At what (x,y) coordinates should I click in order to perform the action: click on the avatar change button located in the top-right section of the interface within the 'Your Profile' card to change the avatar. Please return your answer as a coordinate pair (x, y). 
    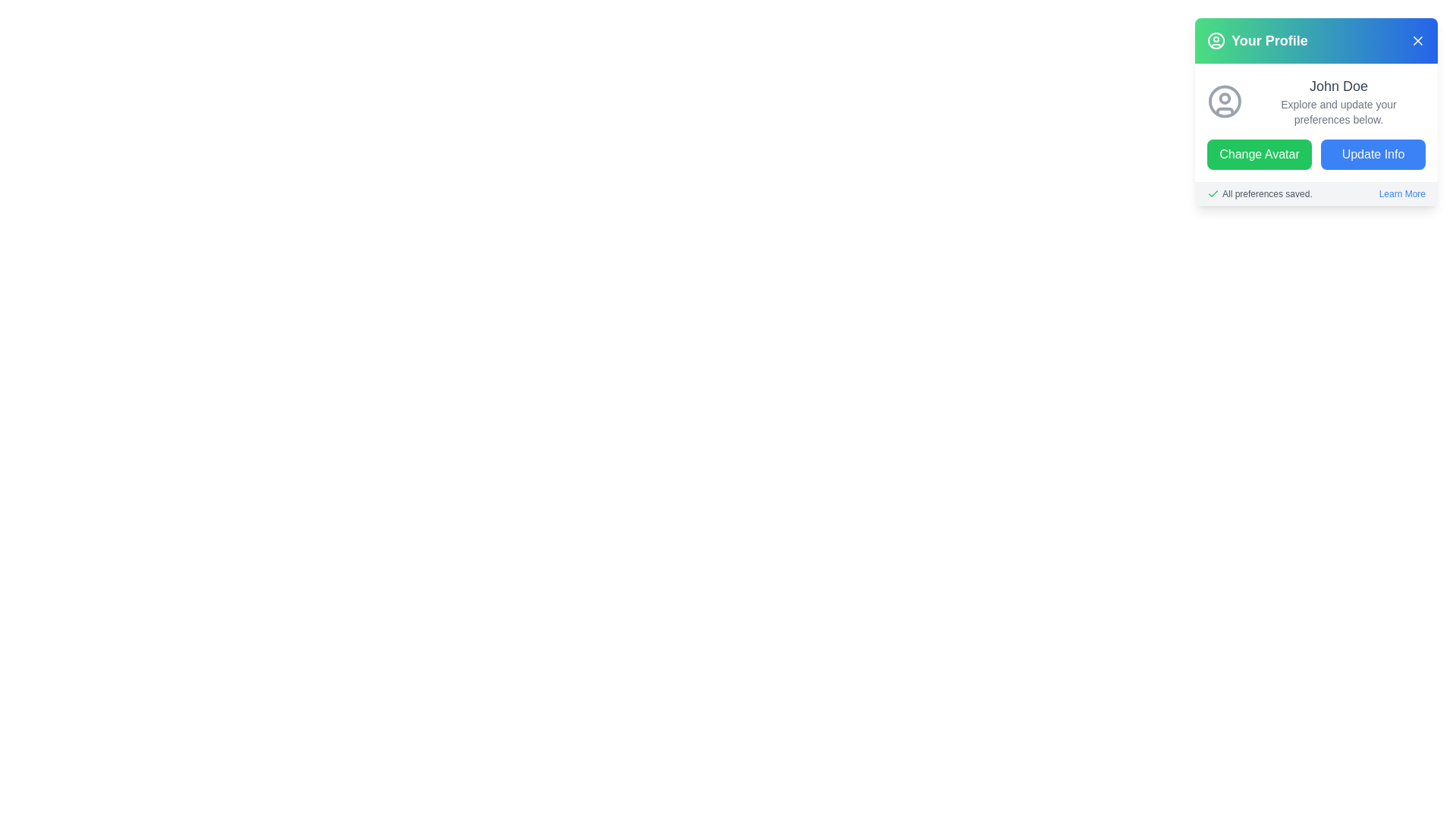
    Looking at the image, I should click on (1259, 155).